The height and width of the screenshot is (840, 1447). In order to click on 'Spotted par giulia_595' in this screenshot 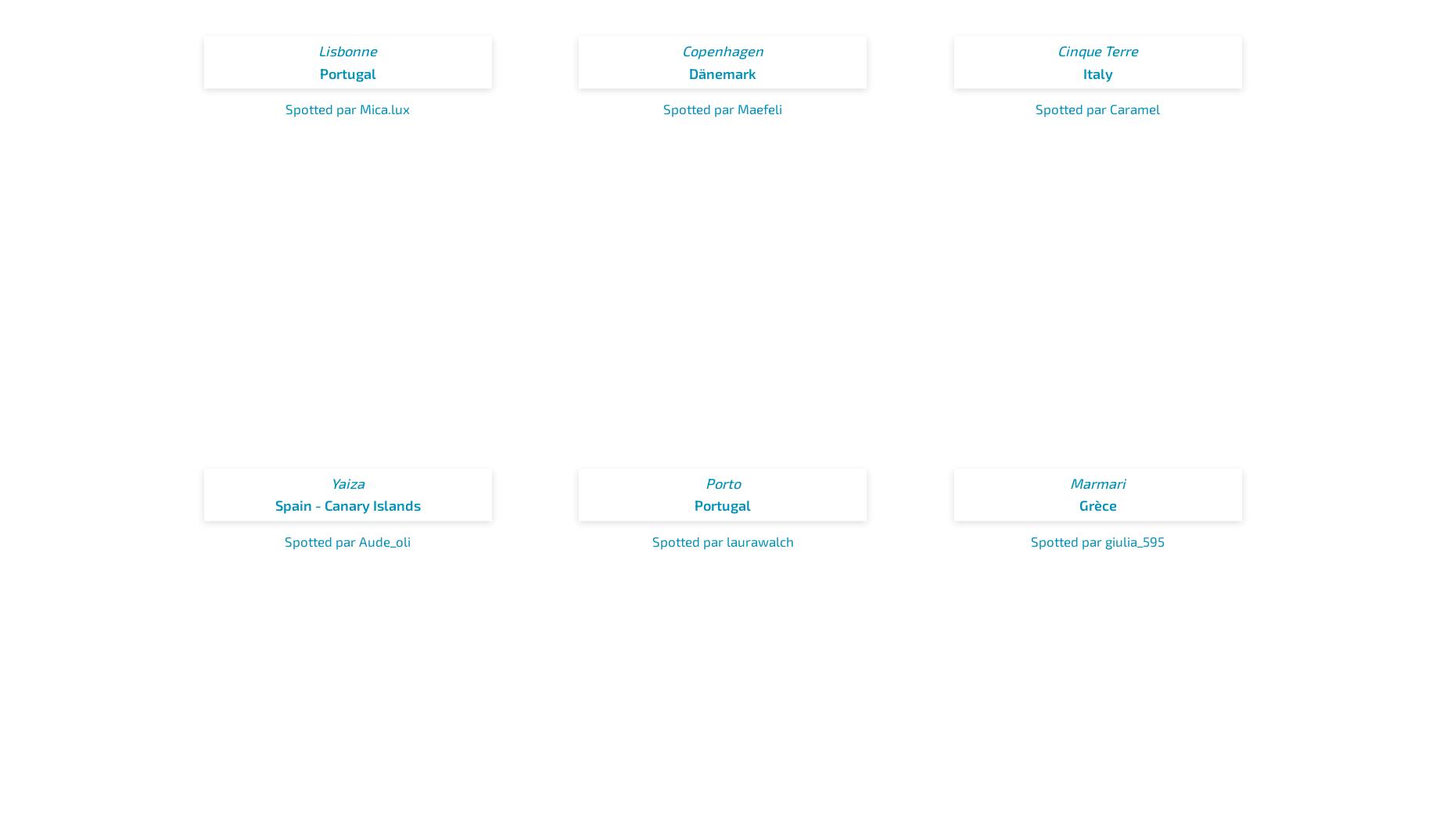, I will do `click(1029, 540)`.